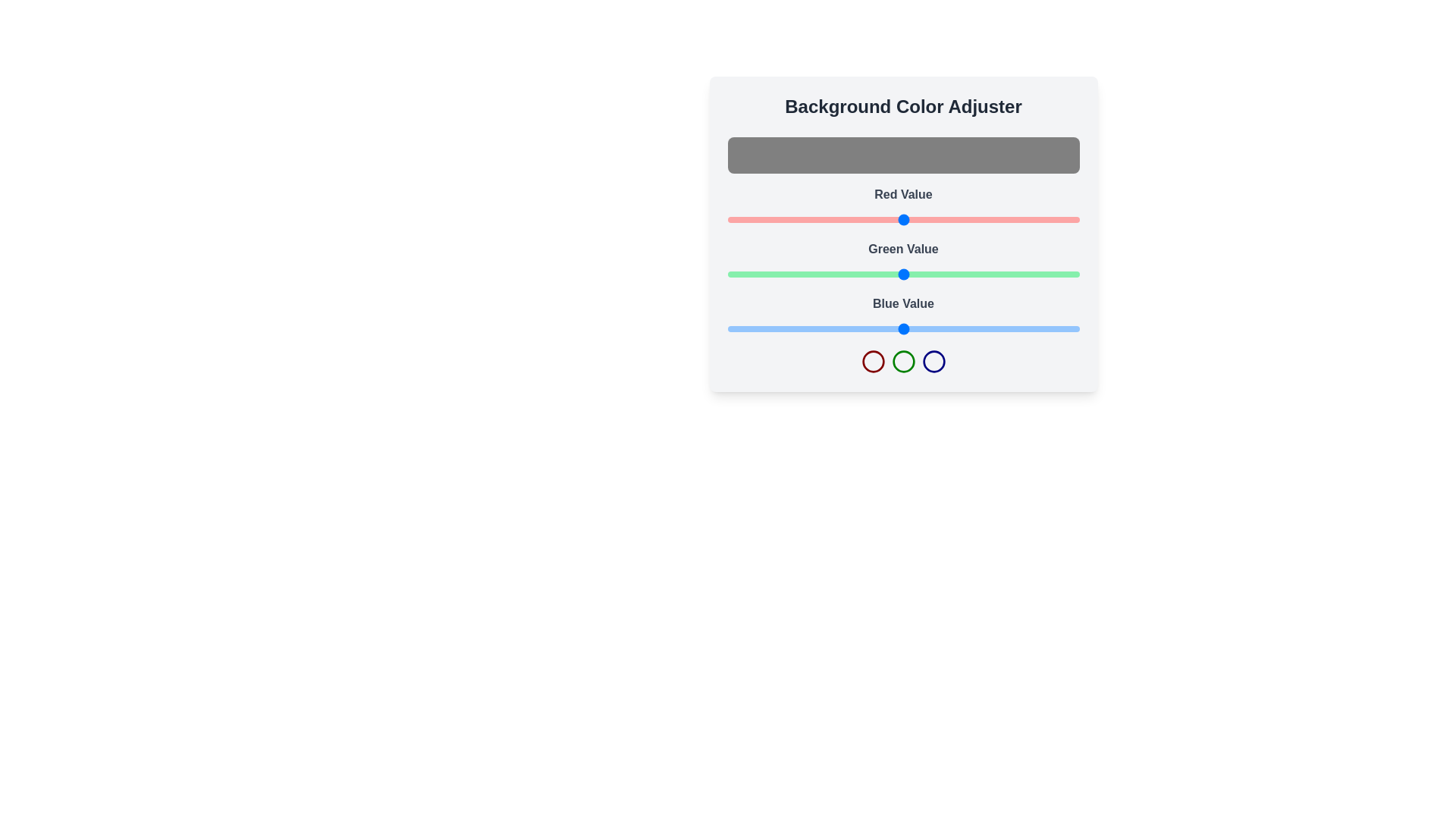 Image resolution: width=1456 pixels, height=819 pixels. I want to click on the green slider to set the green color value to 46, so click(790, 275).